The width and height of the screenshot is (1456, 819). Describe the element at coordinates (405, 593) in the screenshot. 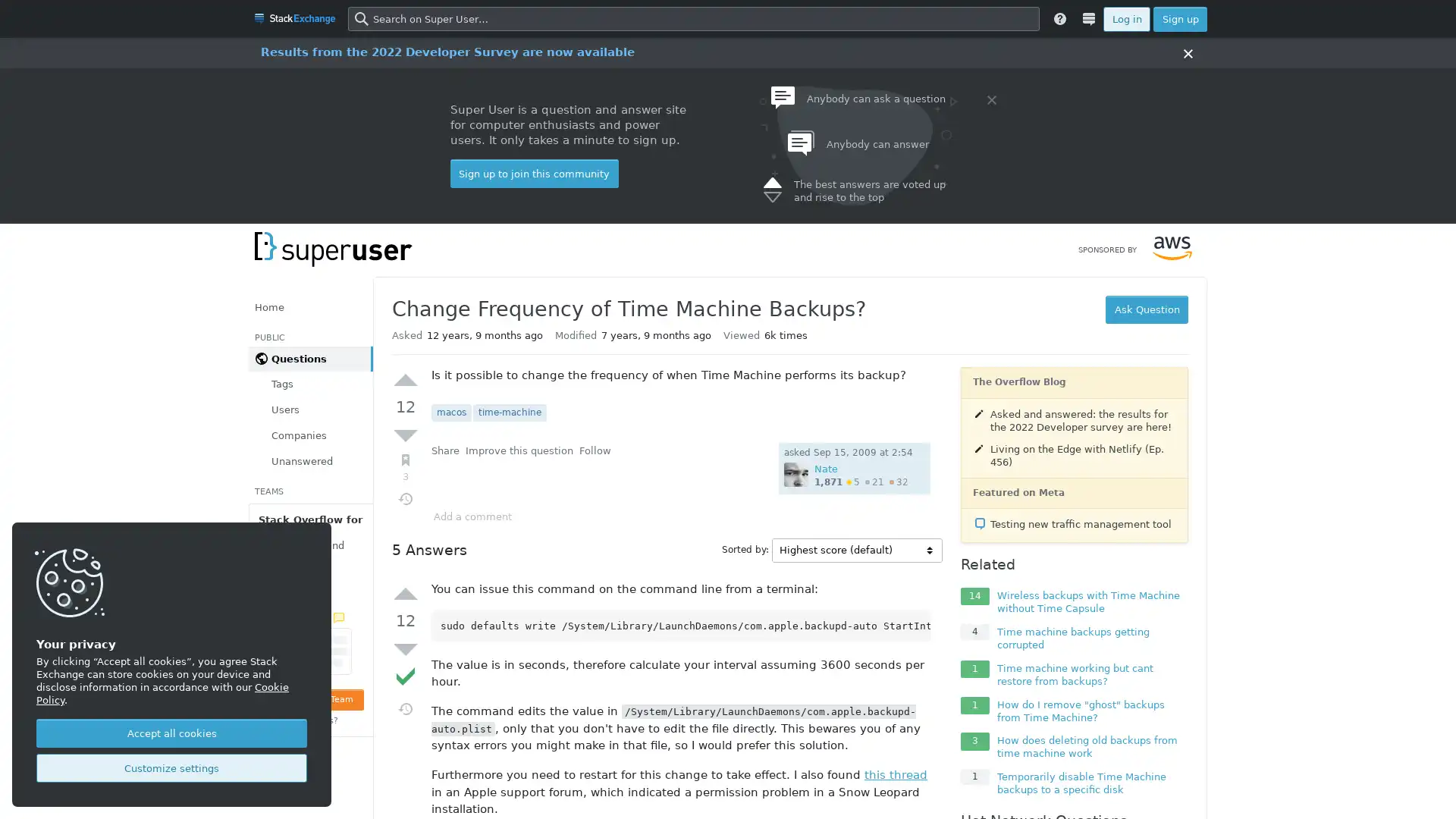

I see `Up vote` at that location.